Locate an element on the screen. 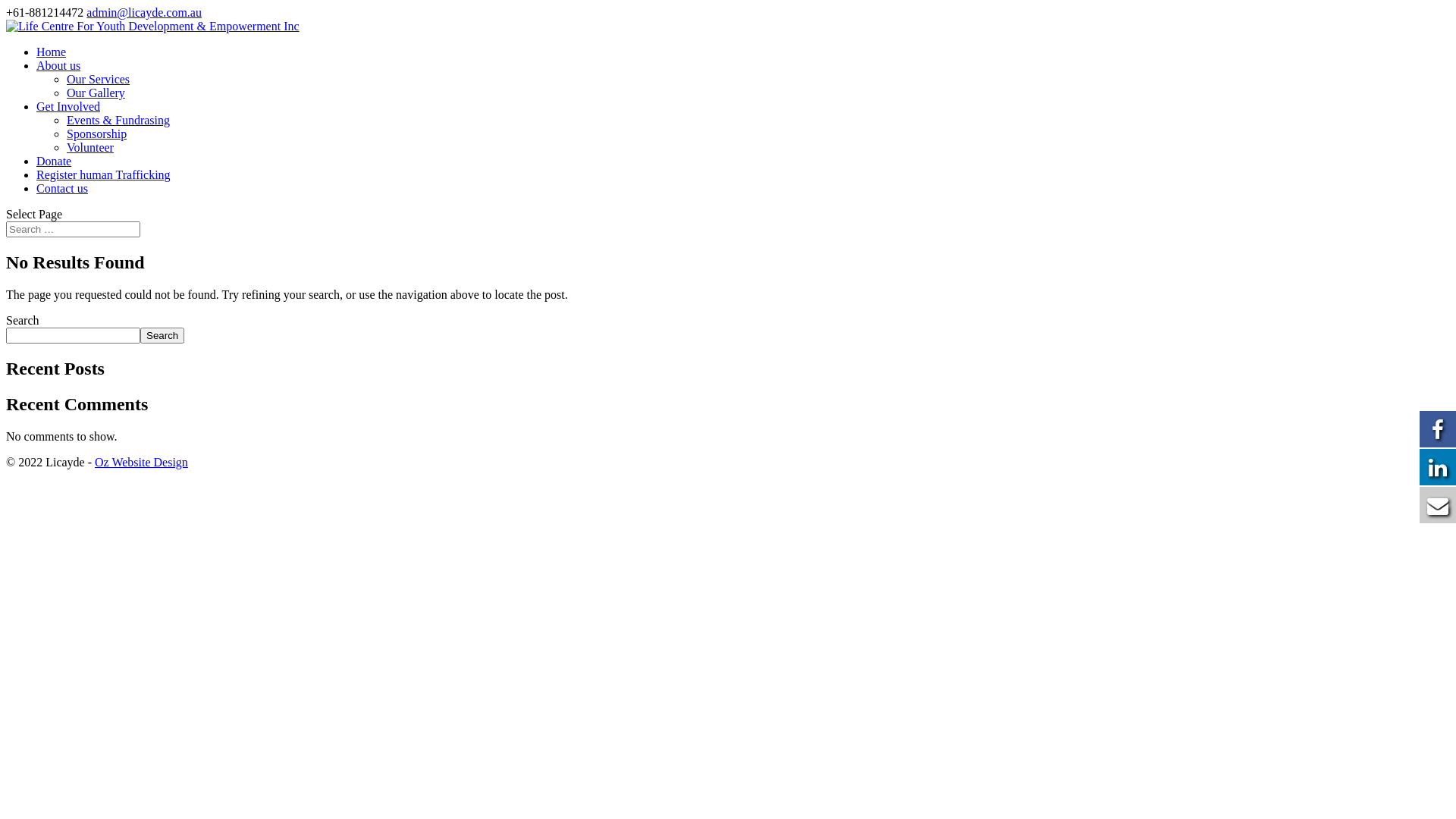 This screenshot has width=1456, height=819. 'Our Services' is located at coordinates (97, 79).